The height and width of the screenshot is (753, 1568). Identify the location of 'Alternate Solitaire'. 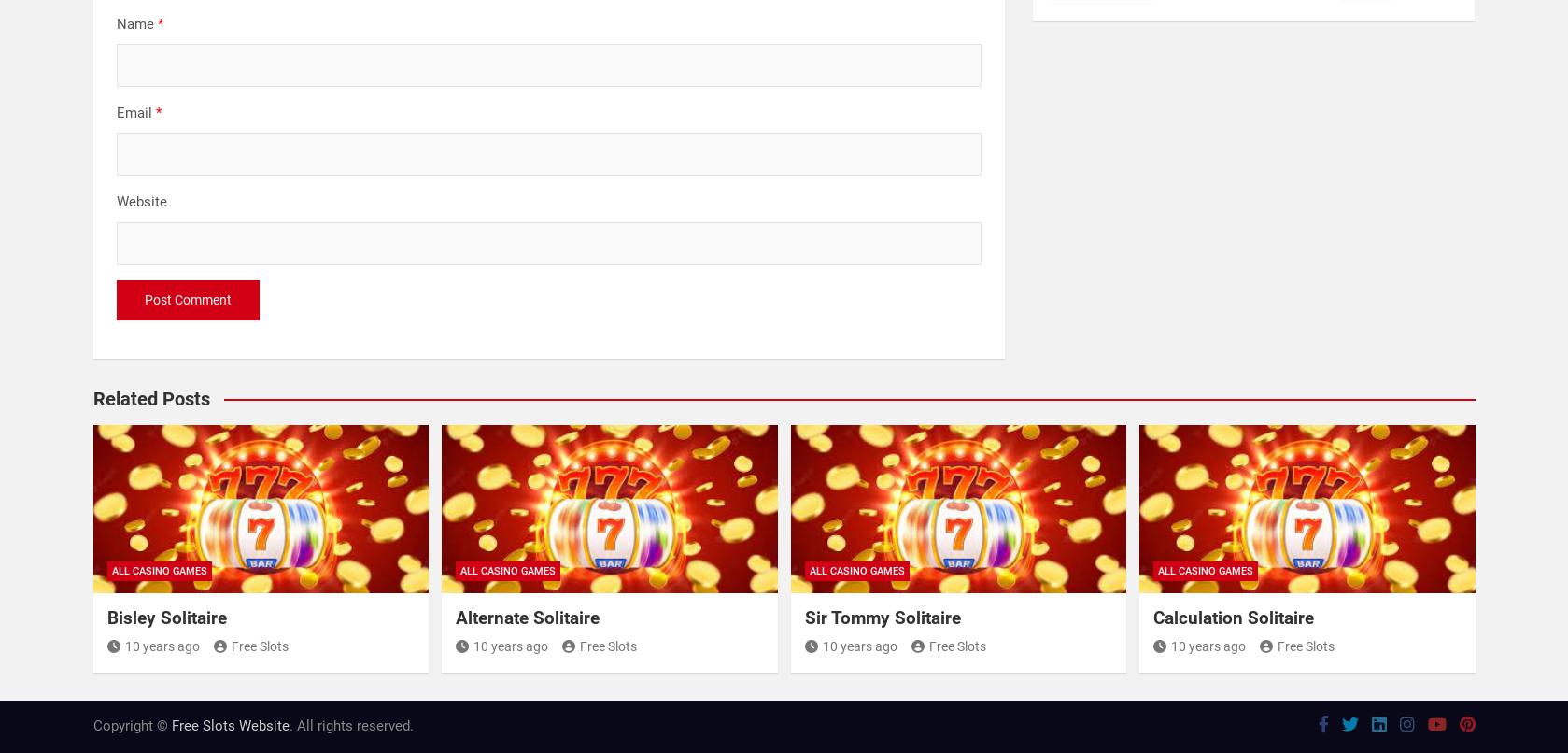
(455, 617).